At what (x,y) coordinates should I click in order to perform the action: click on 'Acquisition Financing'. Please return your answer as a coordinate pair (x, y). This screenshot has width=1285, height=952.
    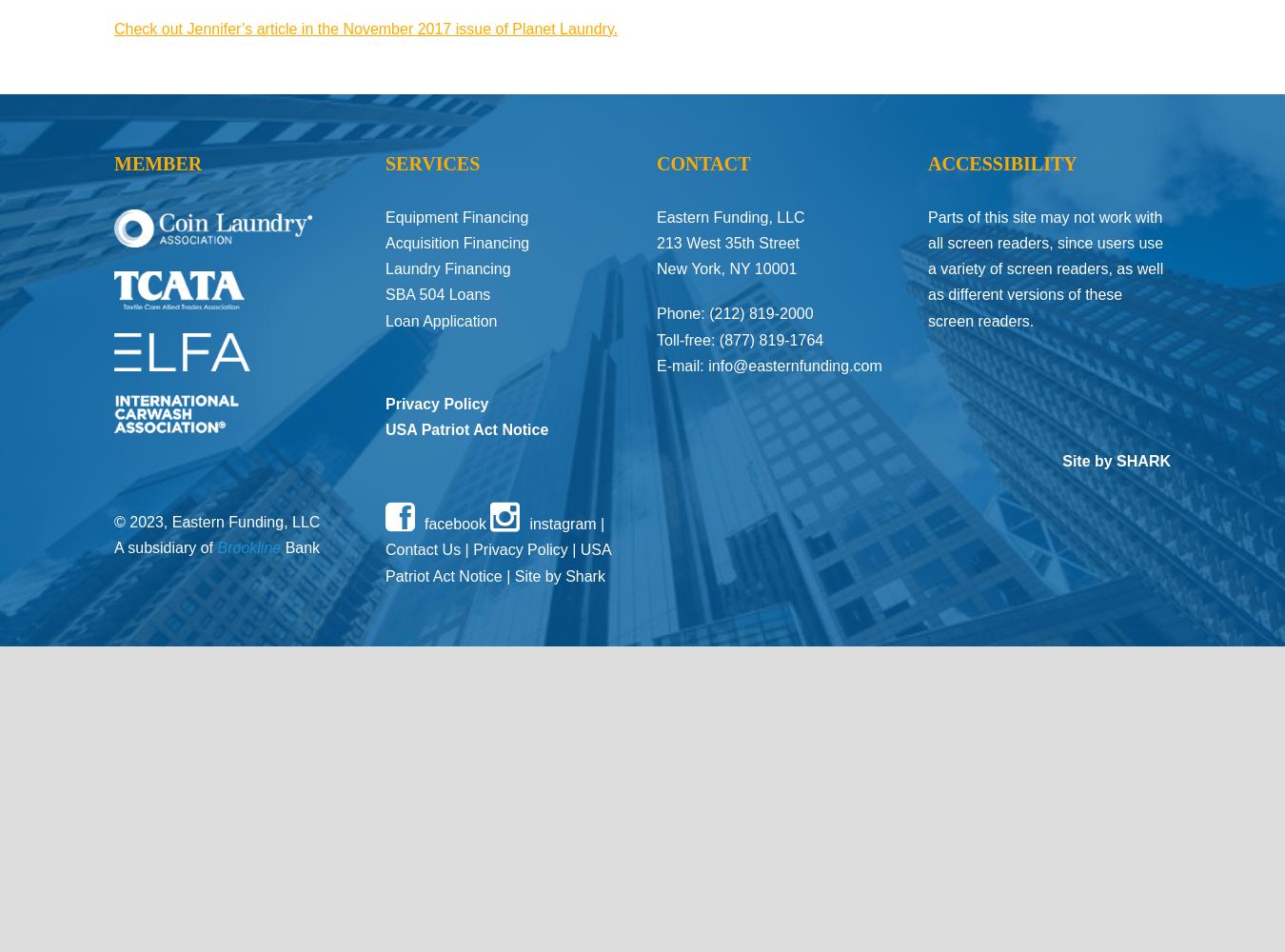
    Looking at the image, I should click on (385, 243).